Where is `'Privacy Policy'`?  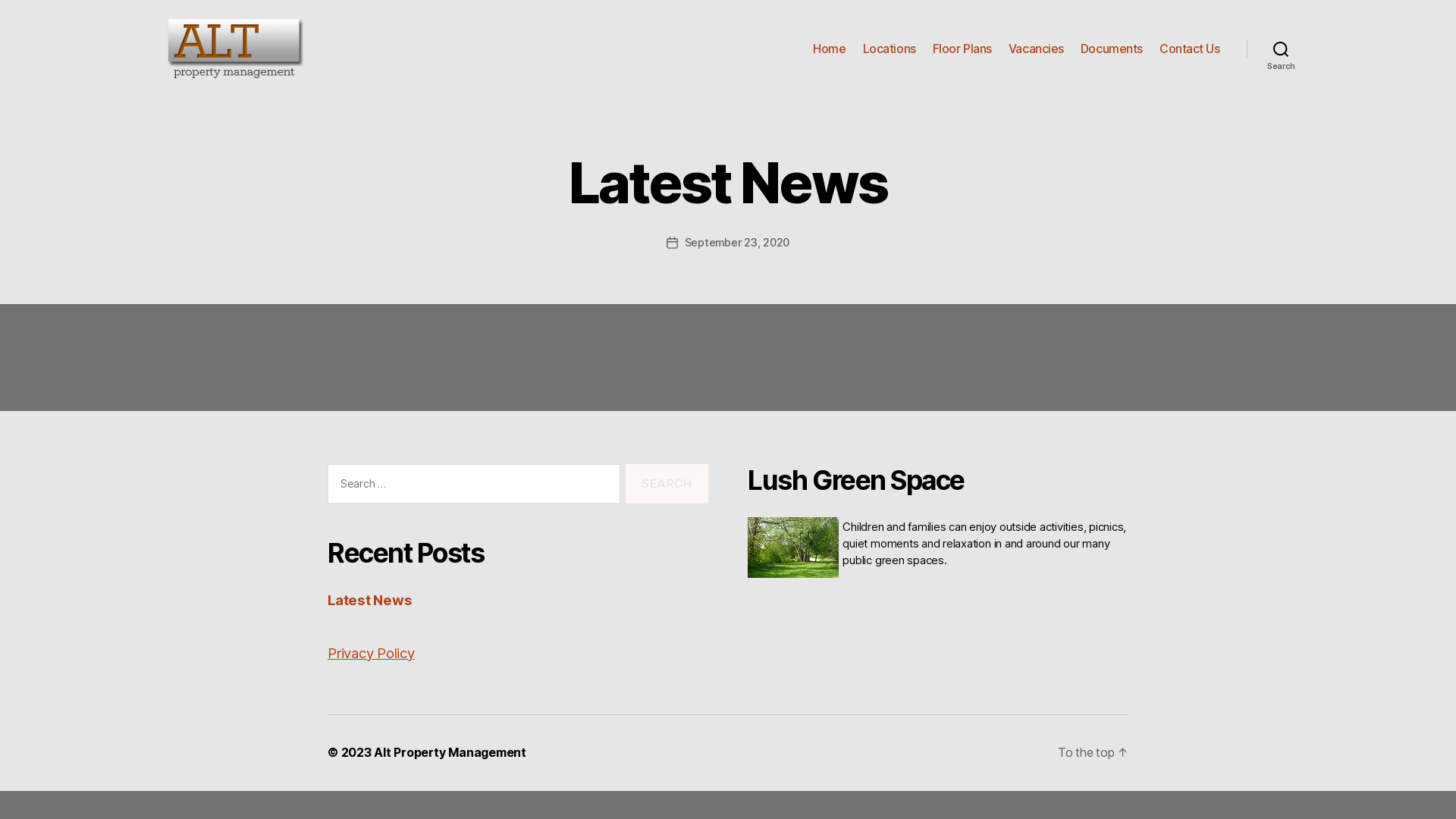 'Privacy Policy' is located at coordinates (371, 651).